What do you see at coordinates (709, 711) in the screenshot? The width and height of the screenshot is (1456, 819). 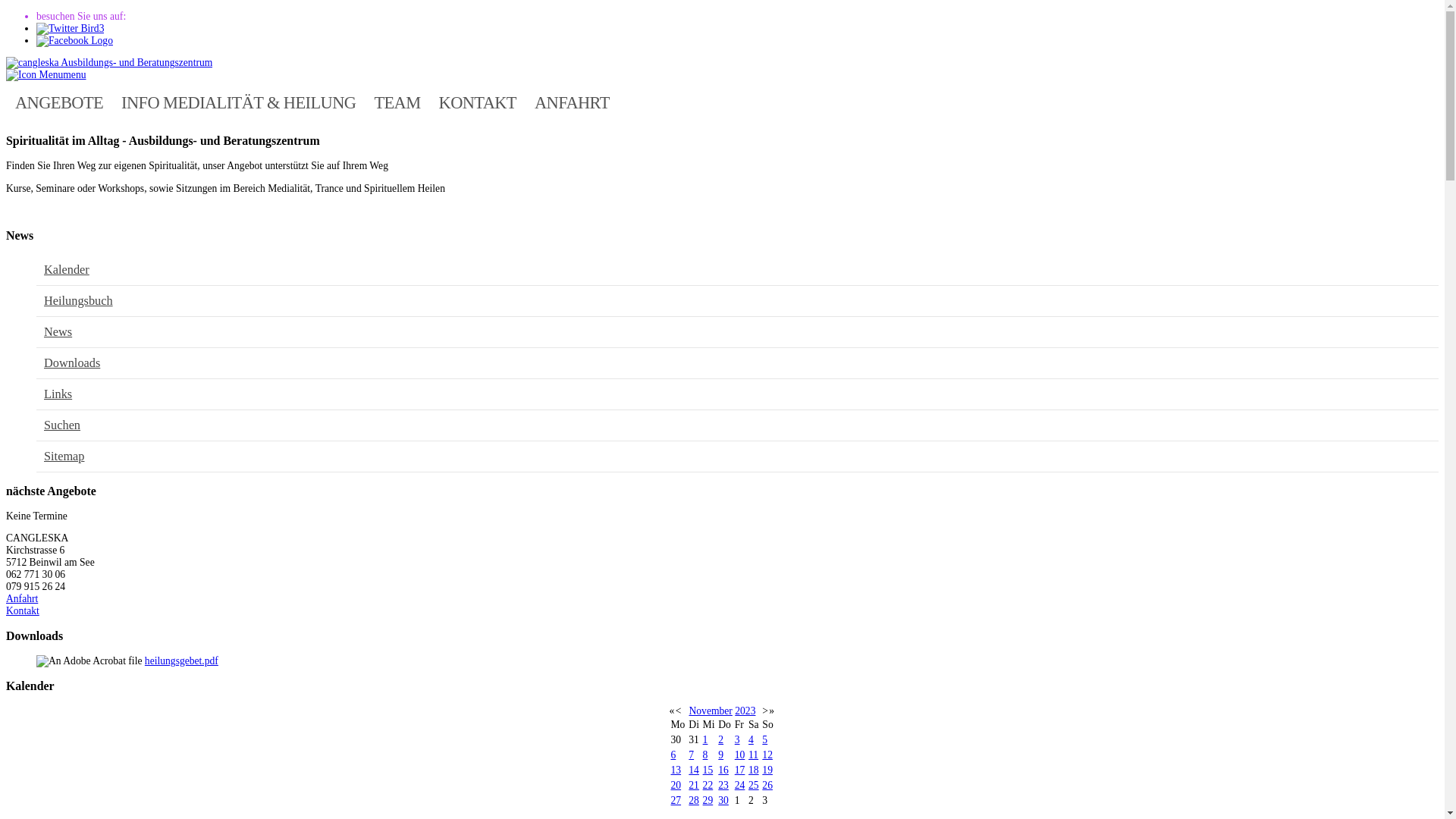 I see `'November'` at bounding box center [709, 711].